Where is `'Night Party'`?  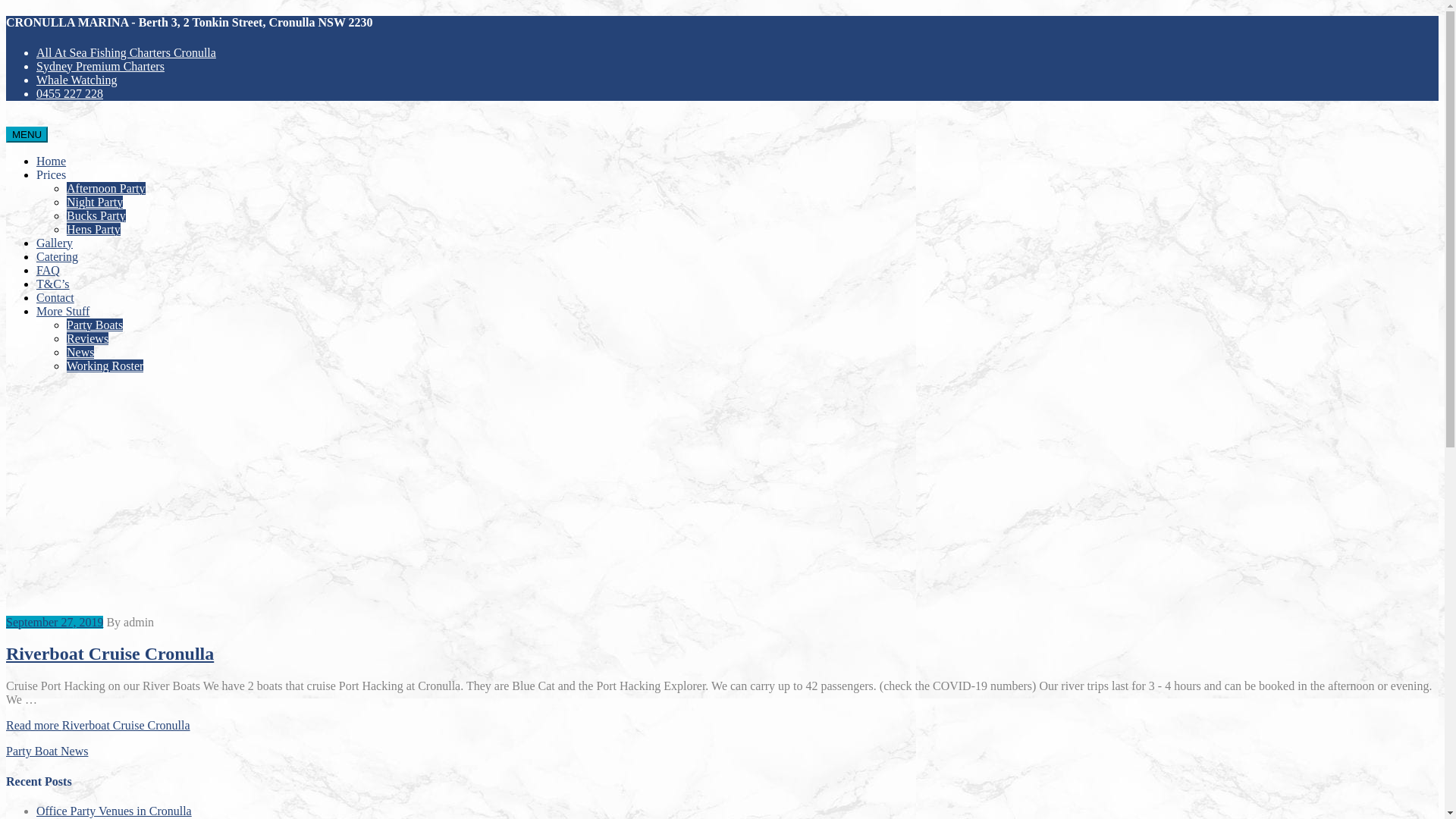 'Night Party' is located at coordinates (65, 201).